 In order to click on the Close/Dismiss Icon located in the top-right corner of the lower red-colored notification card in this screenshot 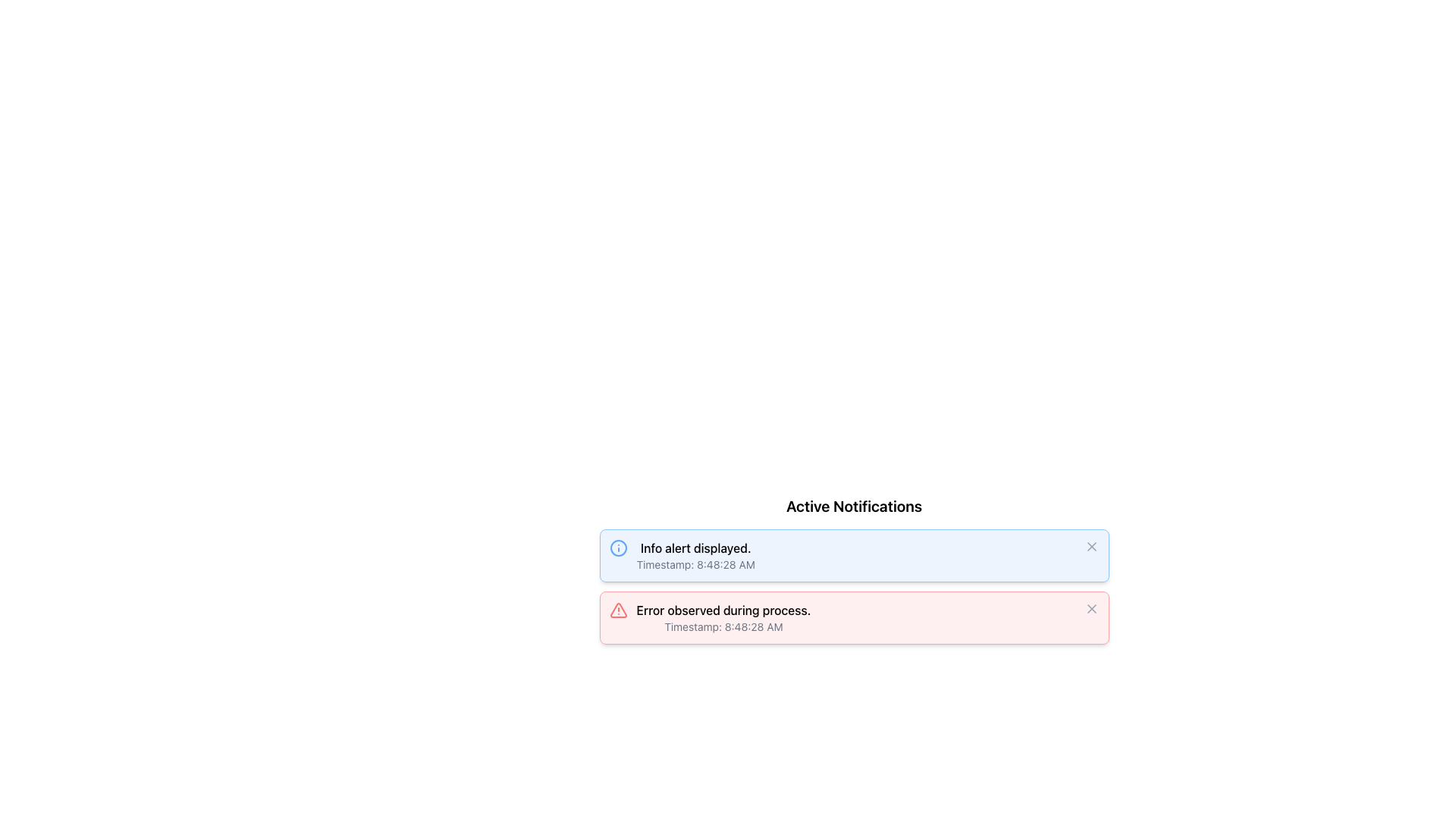, I will do `click(1090, 607)`.